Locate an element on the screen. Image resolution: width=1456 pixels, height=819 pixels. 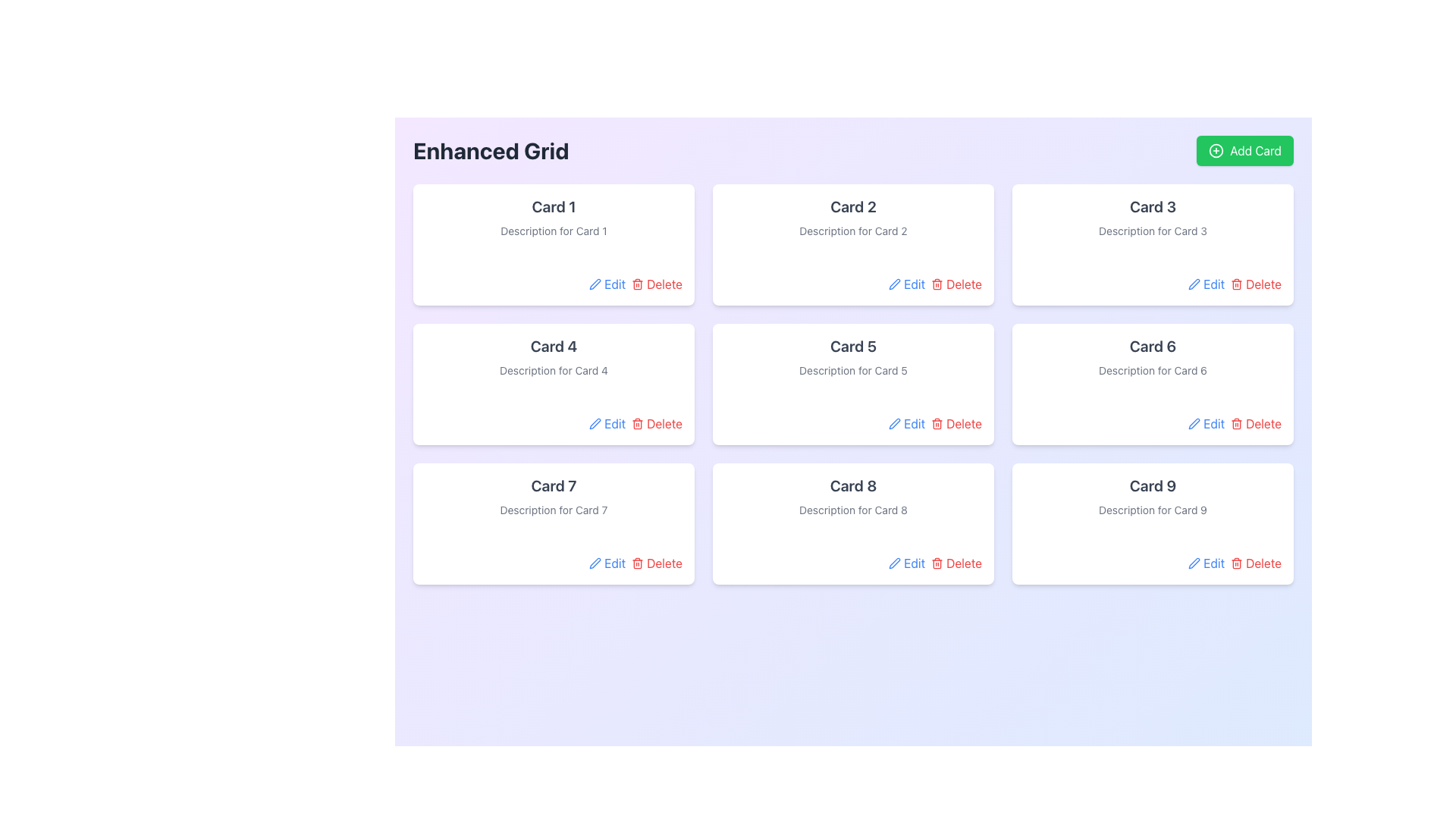
the Text block with hierarchical content (title and description) located in the second row and third column of the grid layout is located at coordinates (1153, 356).